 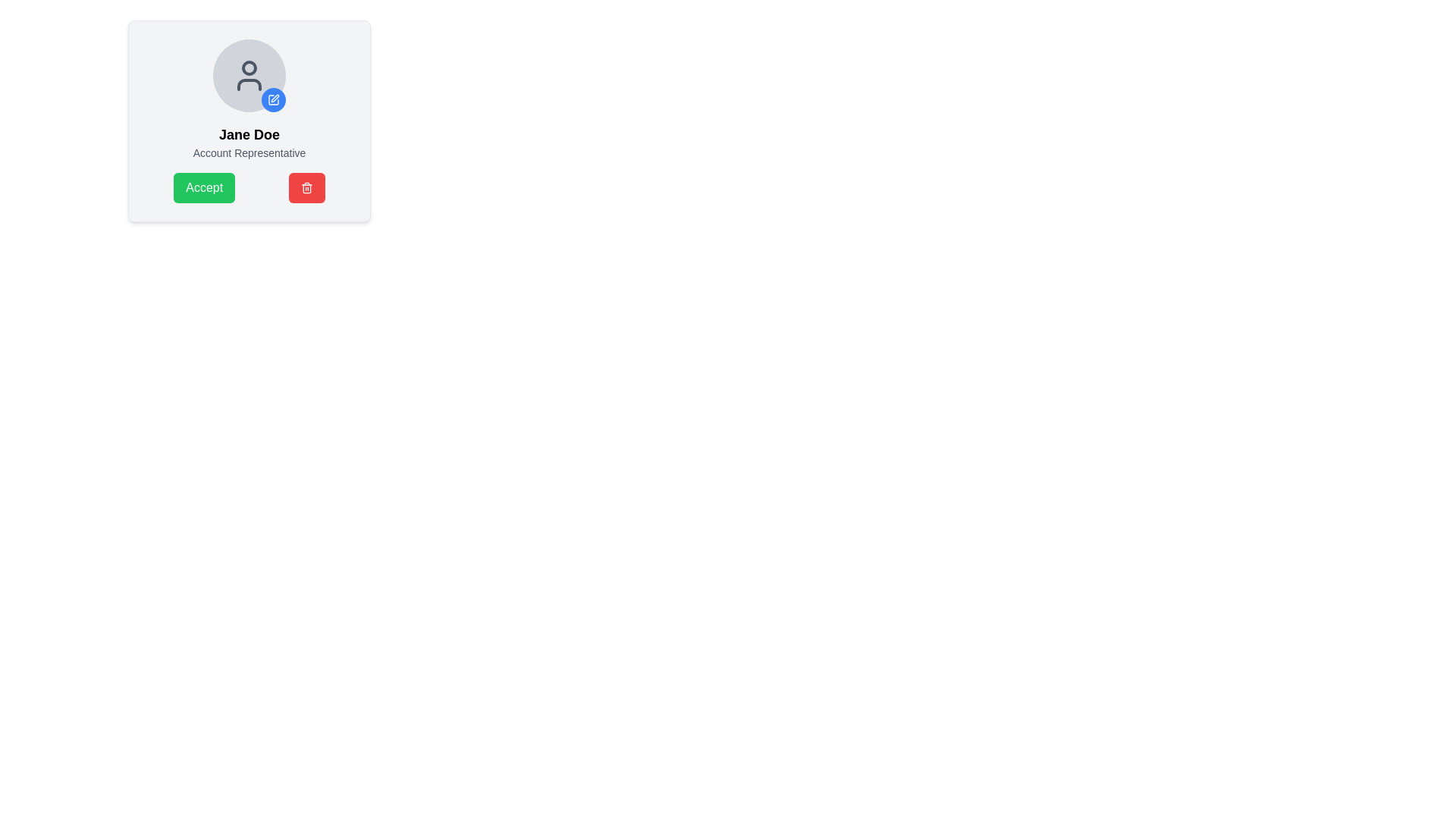 What do you see at coordinates (306, 187) in the screenshot?
I see `the red square button with a white trash can icon, located to the right of the 'Accept' button in the profile information card` at bounding box center [306, 187].